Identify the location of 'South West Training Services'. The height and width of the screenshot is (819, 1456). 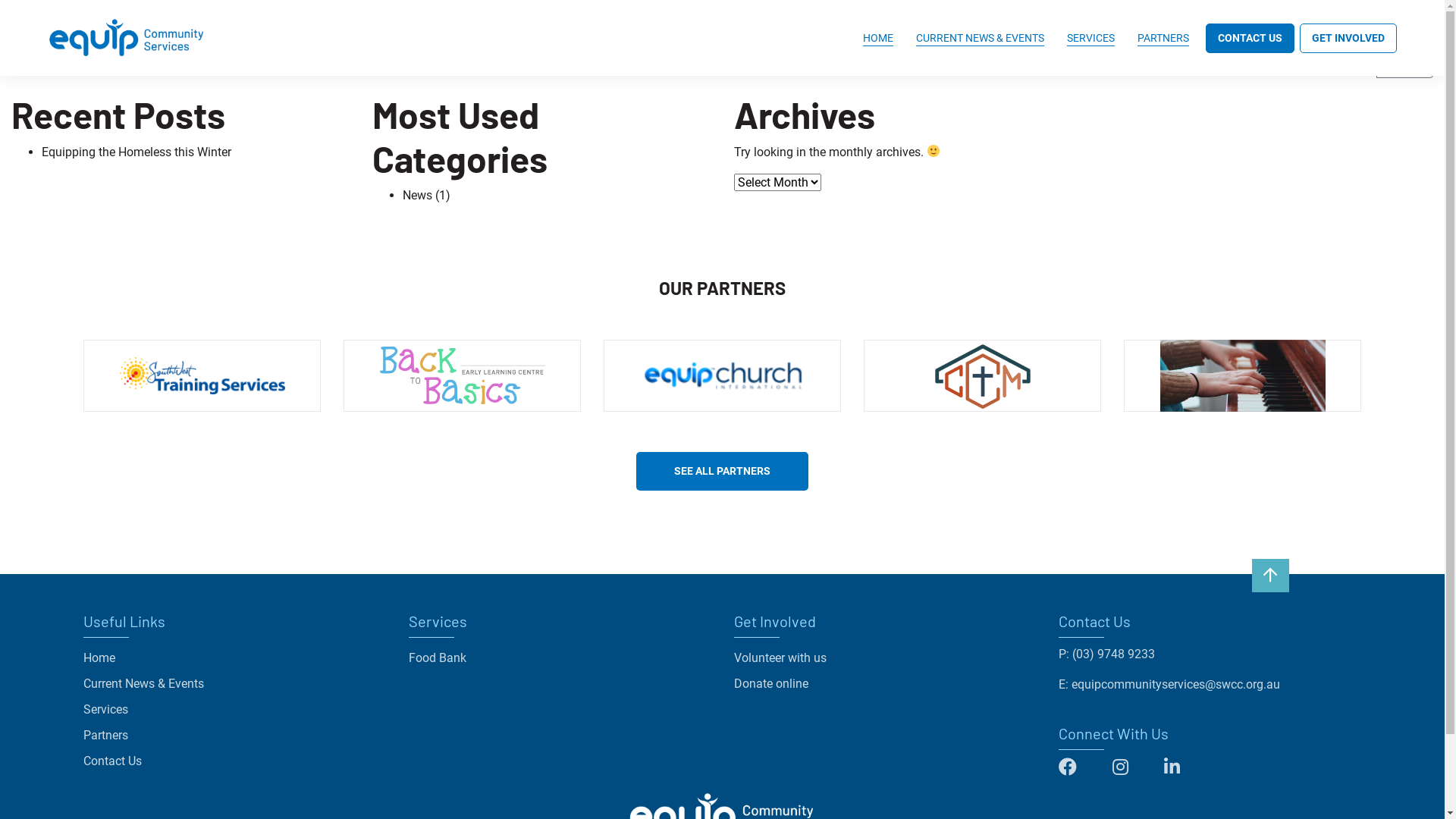
(201, 377).